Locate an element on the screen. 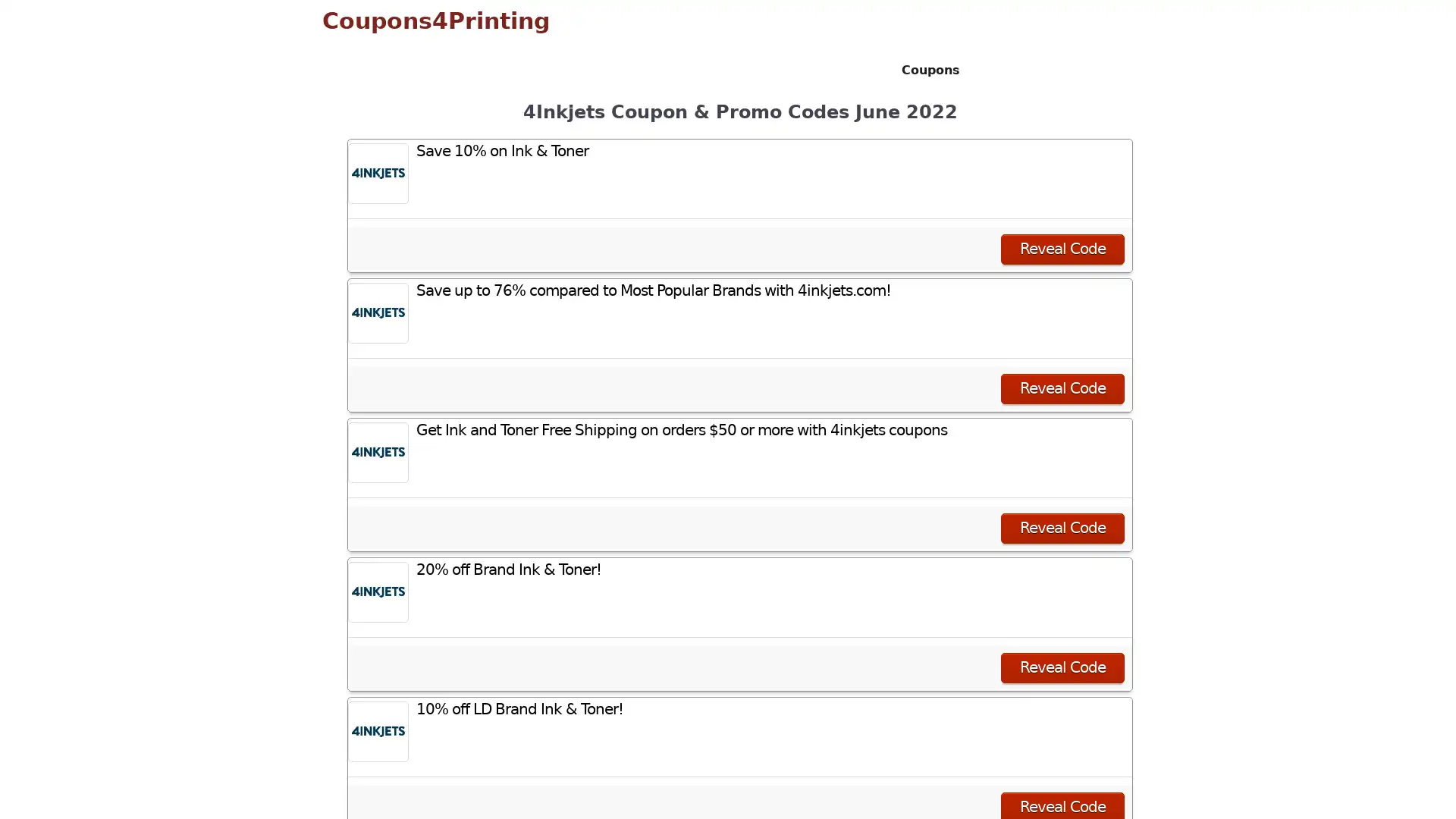 The width and height of the screenshot is (1456, 819). Reveal Code is located at coordinates (1062, 388).